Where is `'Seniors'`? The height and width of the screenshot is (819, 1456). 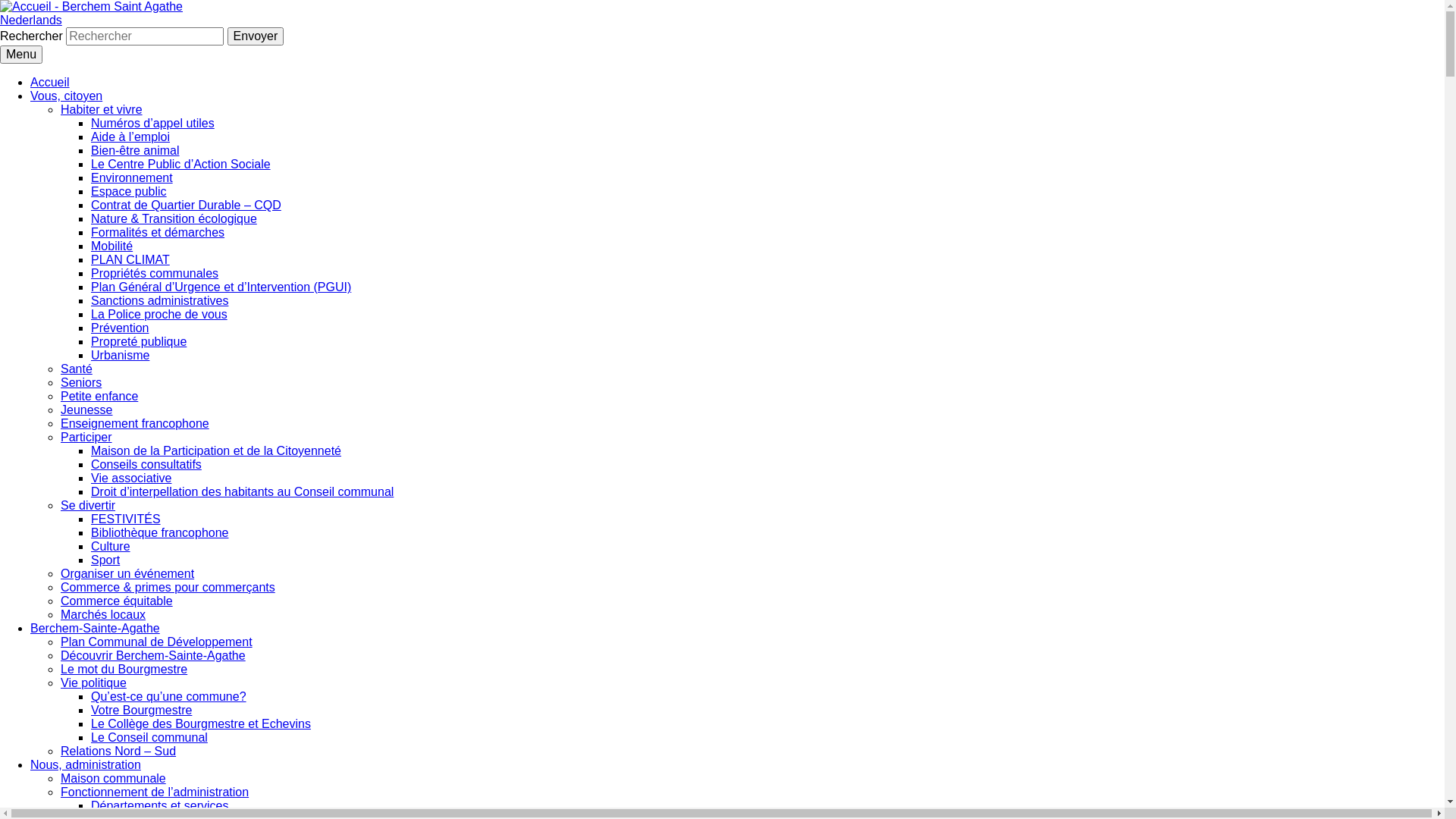 'Seniors' is located at coordinates (80, 381).